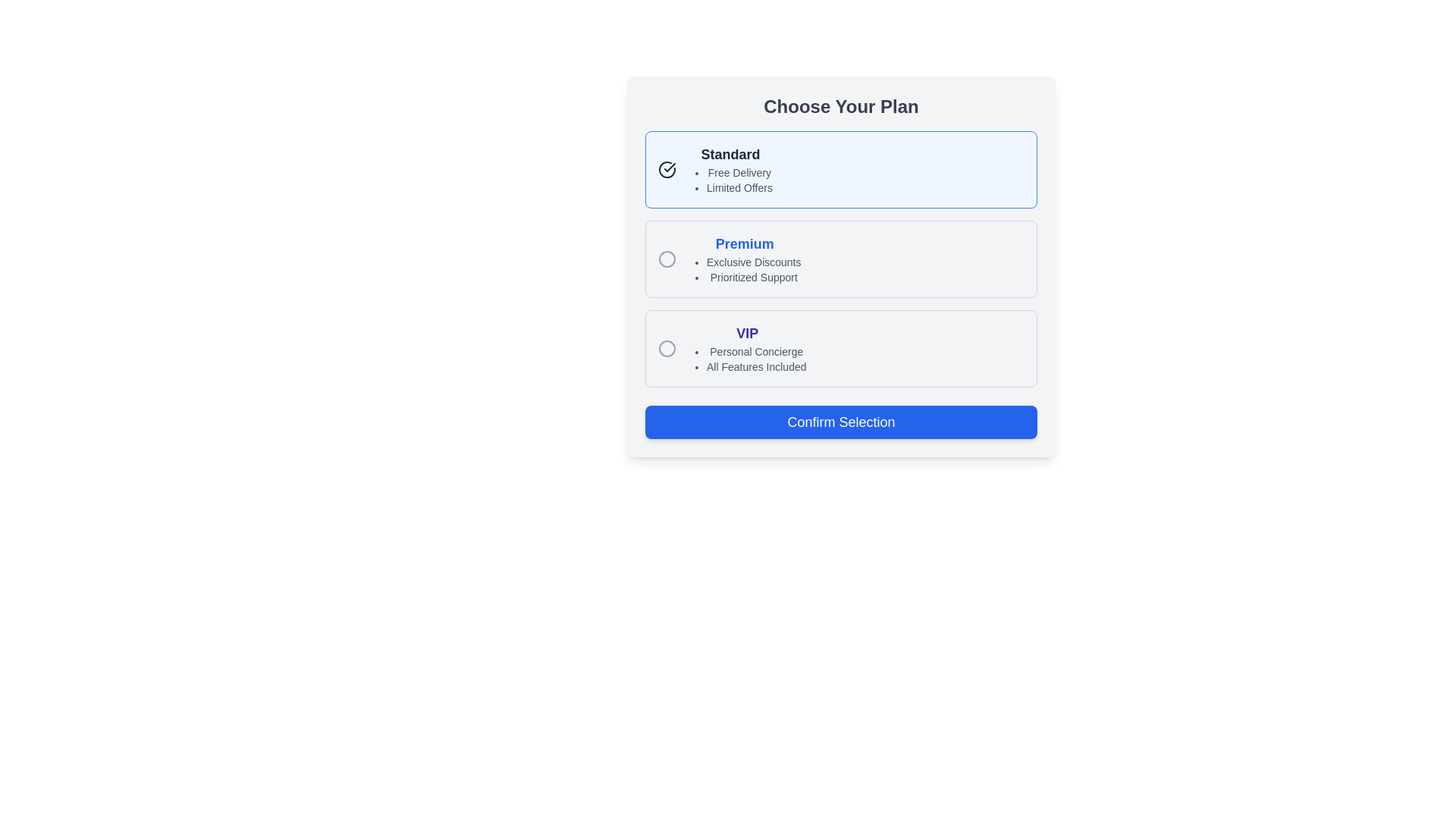 The width and height of the screenshot is (1456, 819). I want to click on the information text describing a feature or benefit included within the 'VIP' plan, located just above the description 'All Features Included' on the pricing plan card, so click(756, 351).